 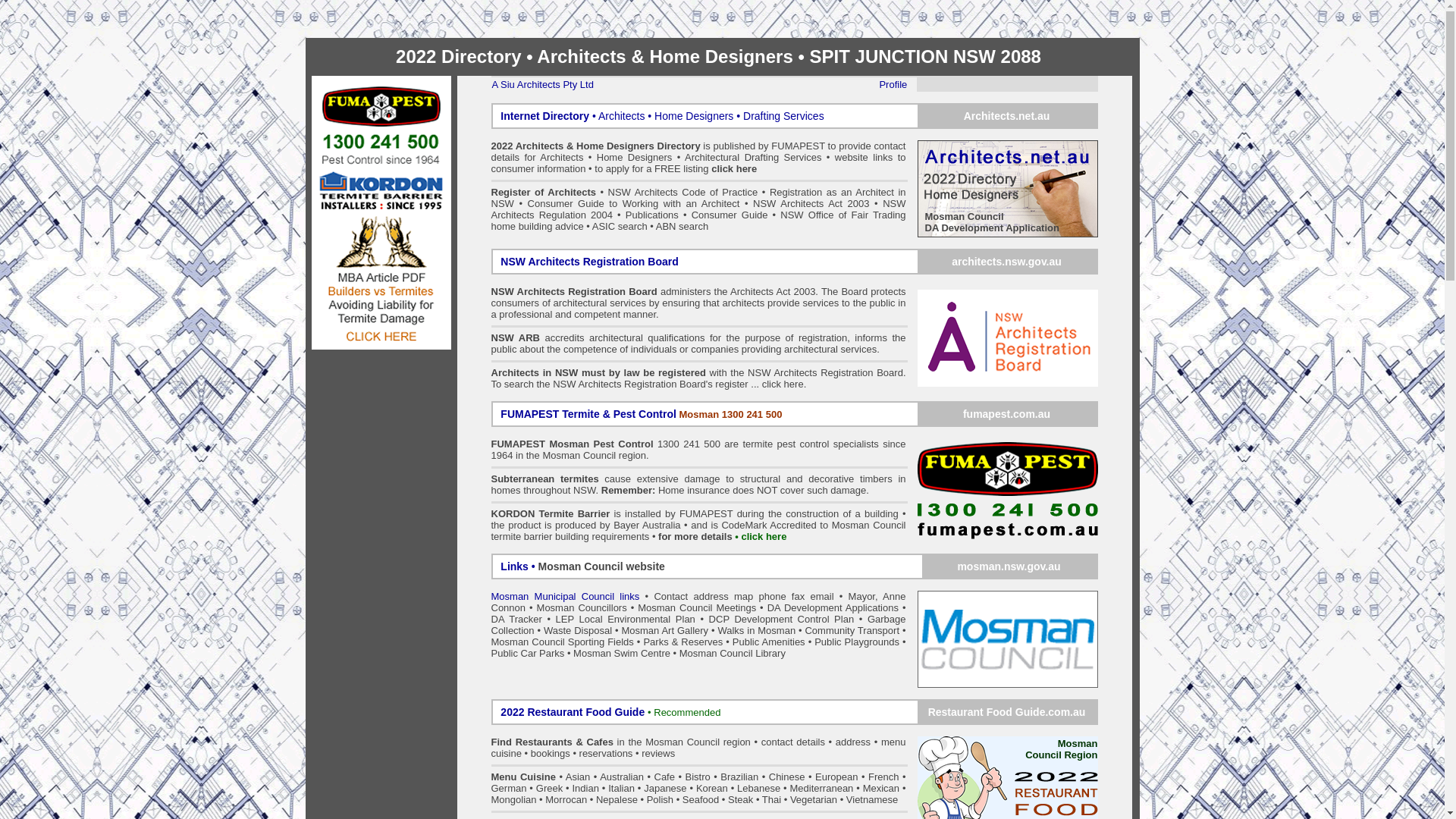 What do you see at coordinates (573, 712) in the screenshot?
I see `'2022 Restaurant Food Guide'` at bounding box center [573, 712].